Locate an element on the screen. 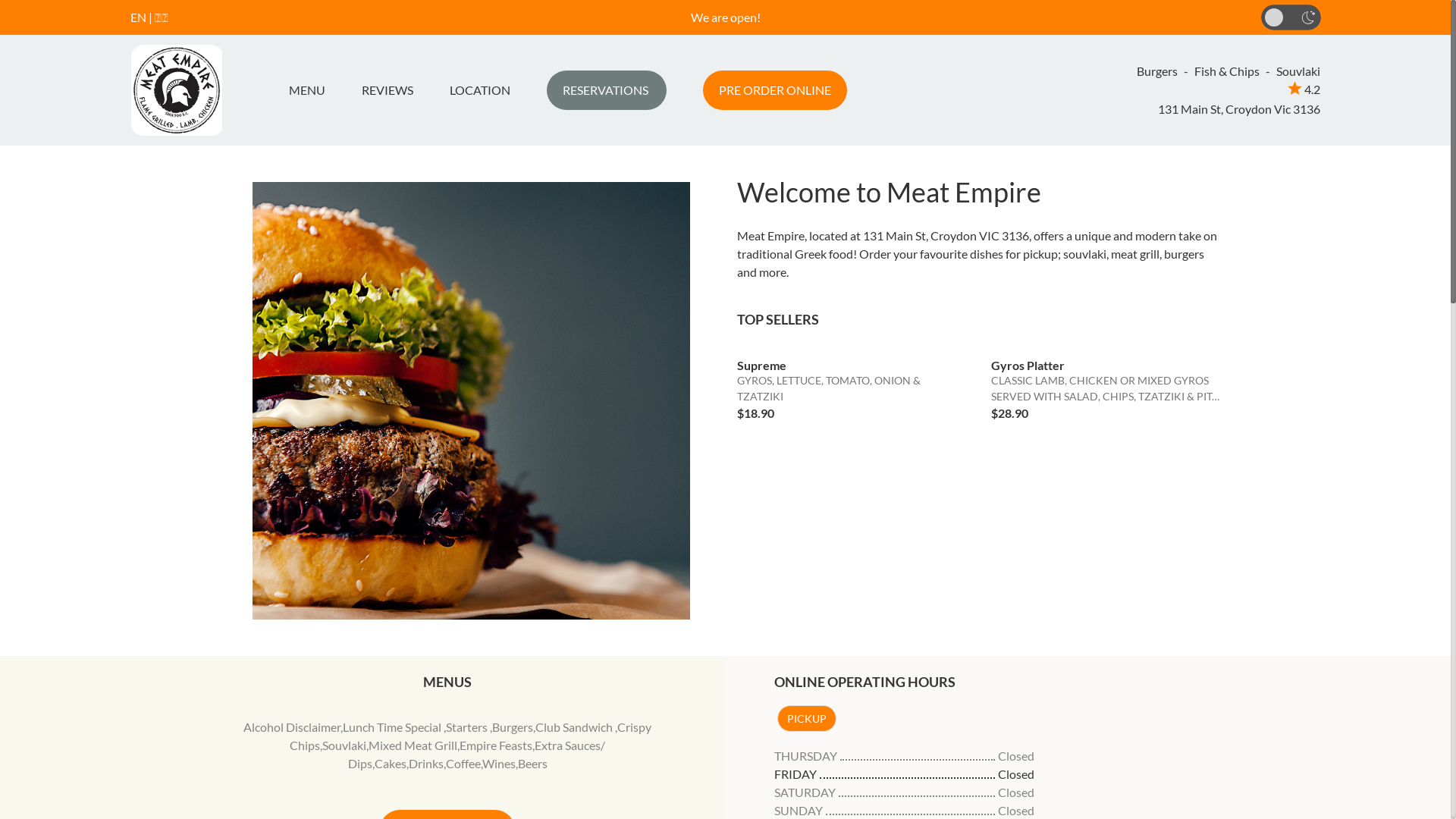 Image resolution: width=1456 pixels, height=819 pixels. 'Crispy Chips' is located at coordinates (469, 735).